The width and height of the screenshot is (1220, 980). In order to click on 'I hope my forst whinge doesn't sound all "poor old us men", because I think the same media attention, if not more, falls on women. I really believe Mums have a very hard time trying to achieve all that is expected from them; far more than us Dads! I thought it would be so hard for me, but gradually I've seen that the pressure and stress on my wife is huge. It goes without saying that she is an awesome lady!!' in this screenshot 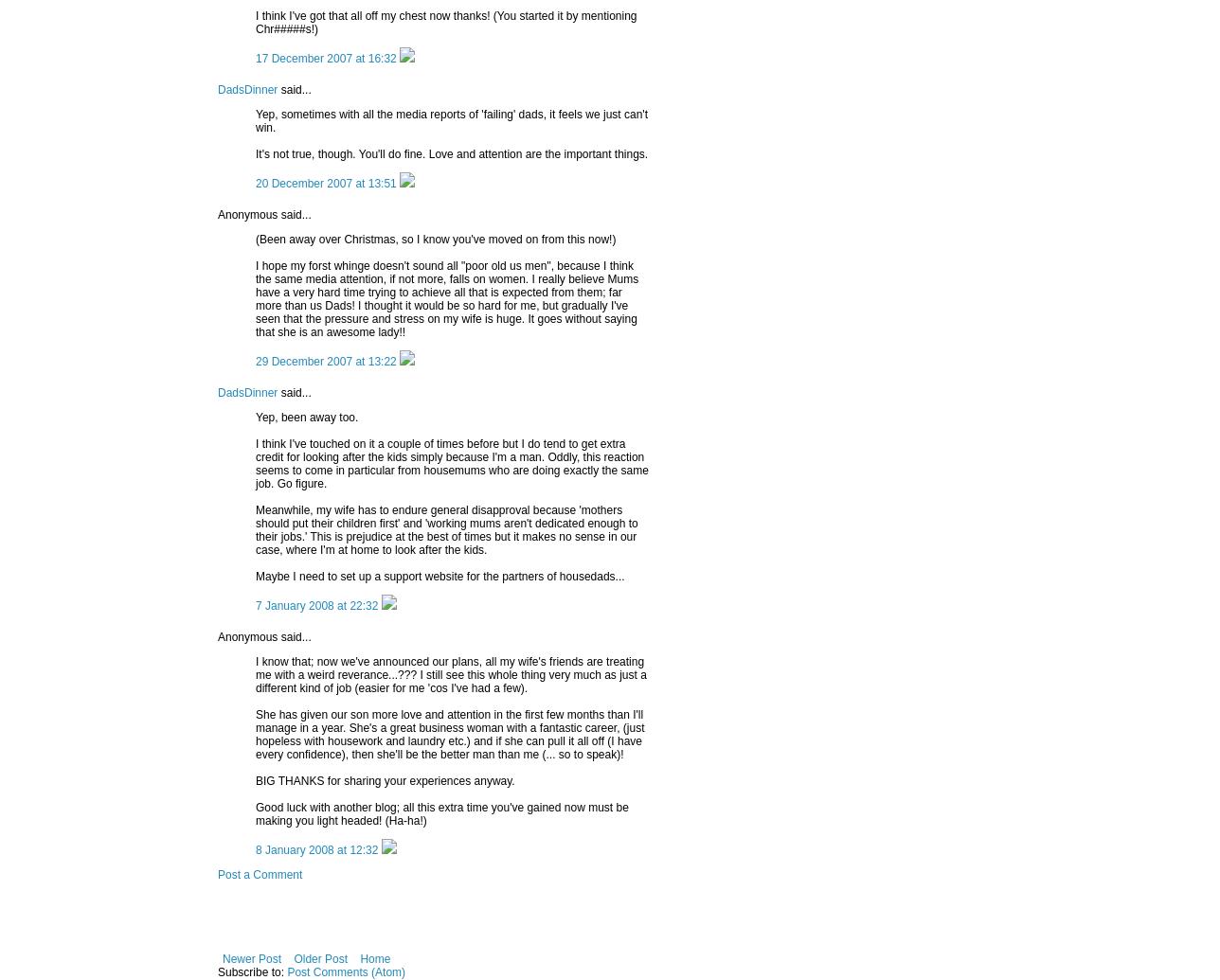, I will do `click(447, 297)`.